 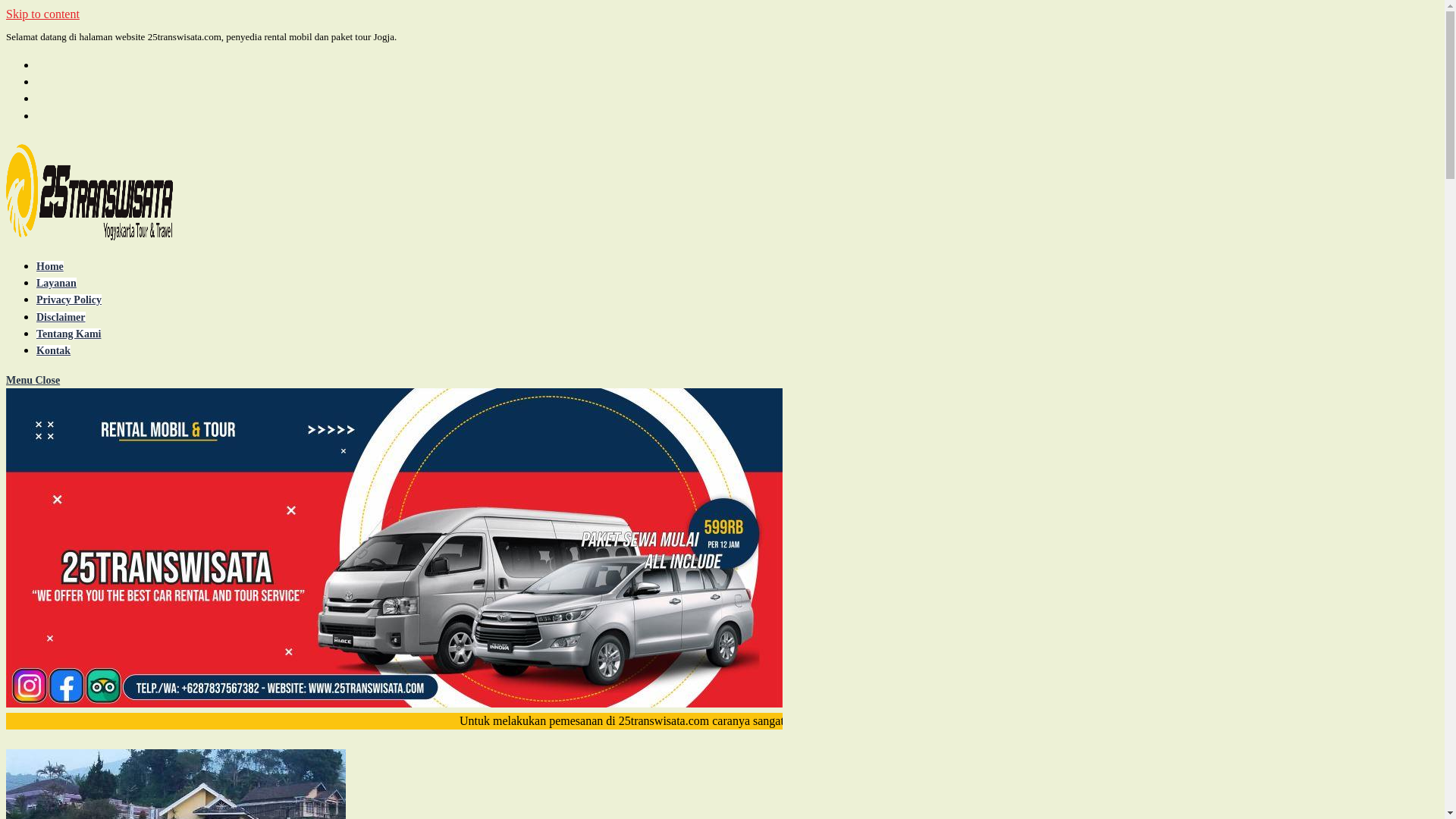 I want to click on 'Kontak', so click(x=53, y=350).